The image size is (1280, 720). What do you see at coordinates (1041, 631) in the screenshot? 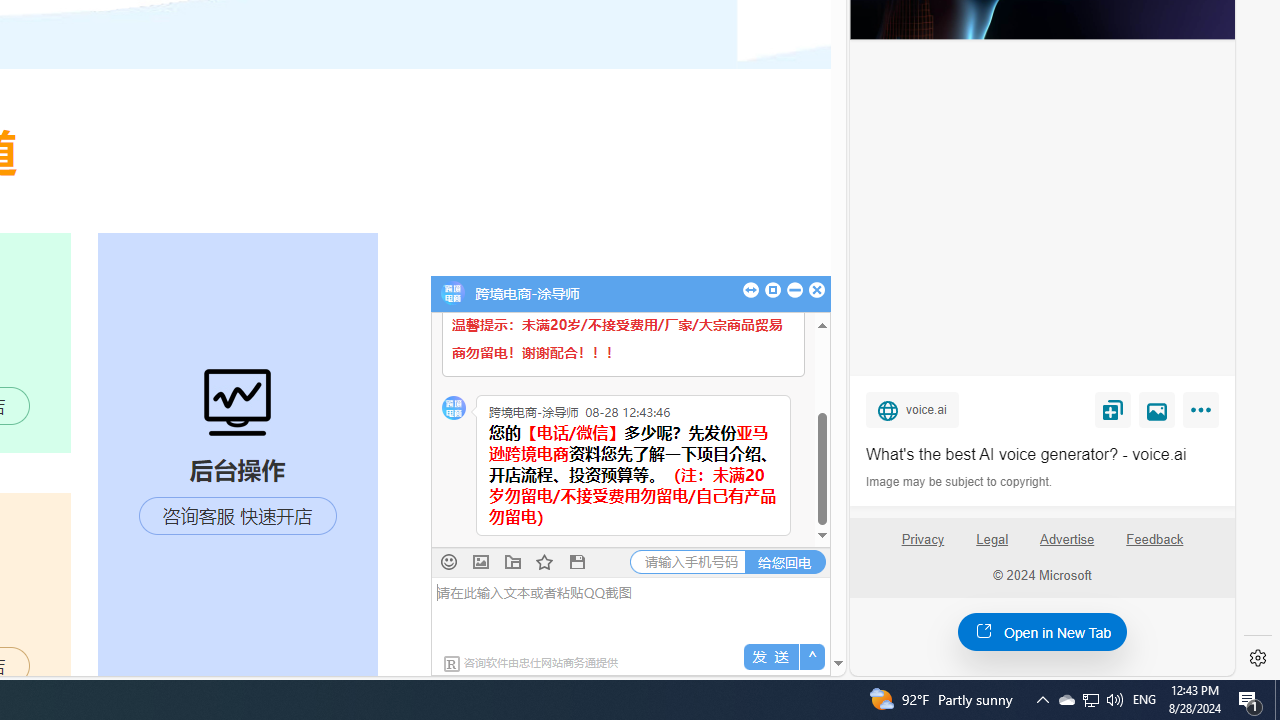
I see `'Open in New Tab'` at bounding box center [1041, 631].